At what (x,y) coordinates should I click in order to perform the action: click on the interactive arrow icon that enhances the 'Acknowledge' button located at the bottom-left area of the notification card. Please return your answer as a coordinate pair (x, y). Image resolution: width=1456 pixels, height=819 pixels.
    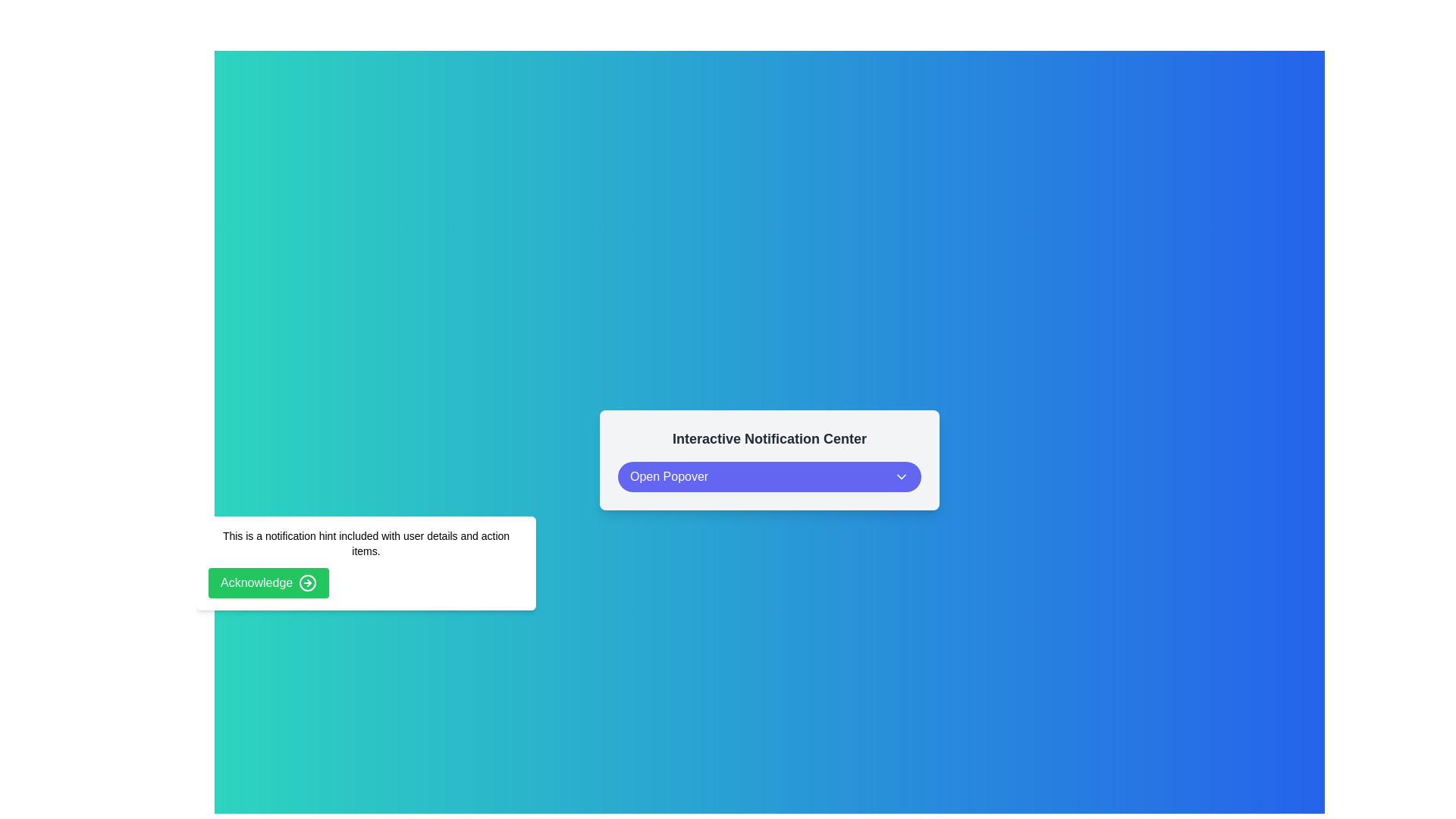
    Looking at the image, I should click on (307, 582).